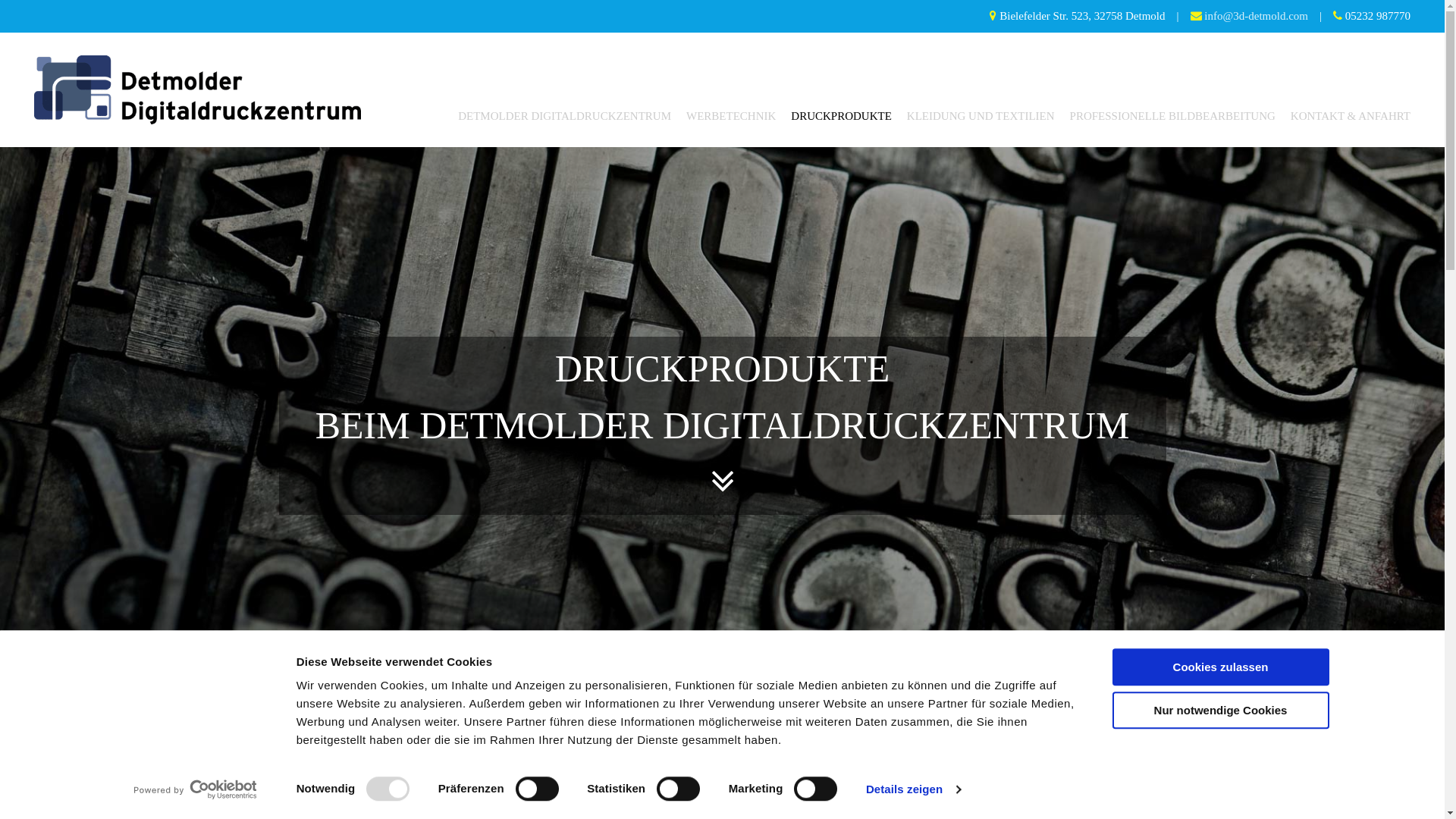 Image resolution: width=1456 pixels, height=819 pixels. I want to click on 'PROFESSIONELLE BILDBEARBEITUNG', so click(1164, 116).